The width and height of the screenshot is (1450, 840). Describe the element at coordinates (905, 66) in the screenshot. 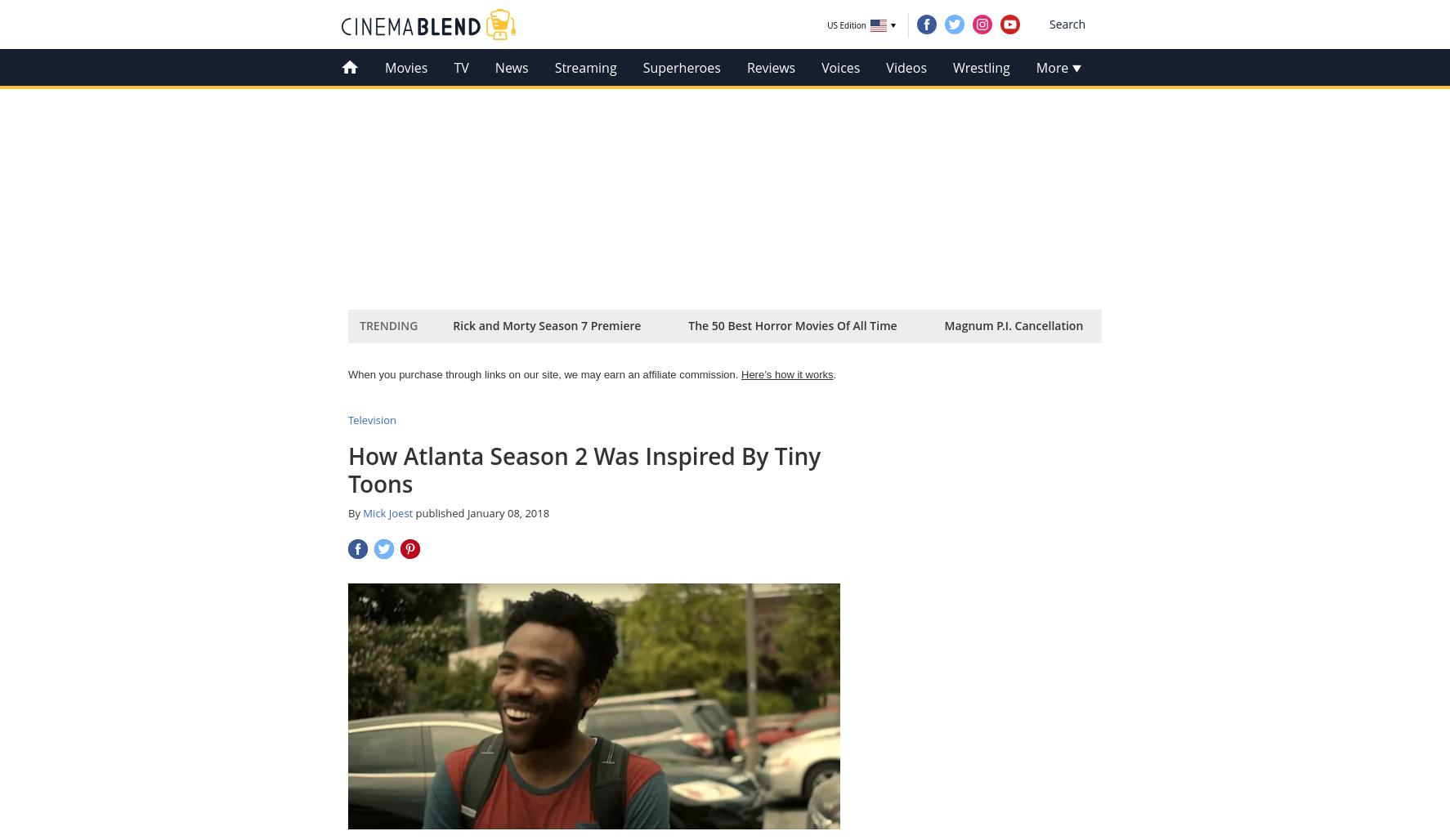

I see `'Videos'` at that location.